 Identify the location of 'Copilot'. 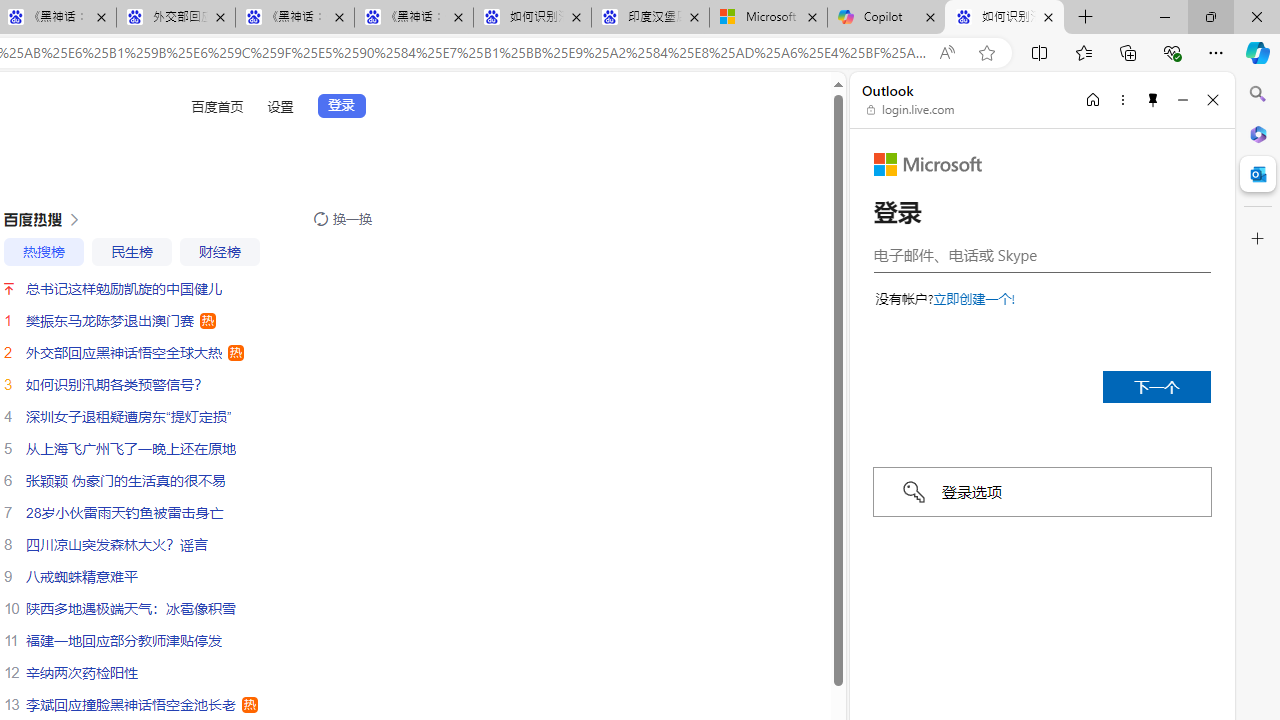
(885, 17).